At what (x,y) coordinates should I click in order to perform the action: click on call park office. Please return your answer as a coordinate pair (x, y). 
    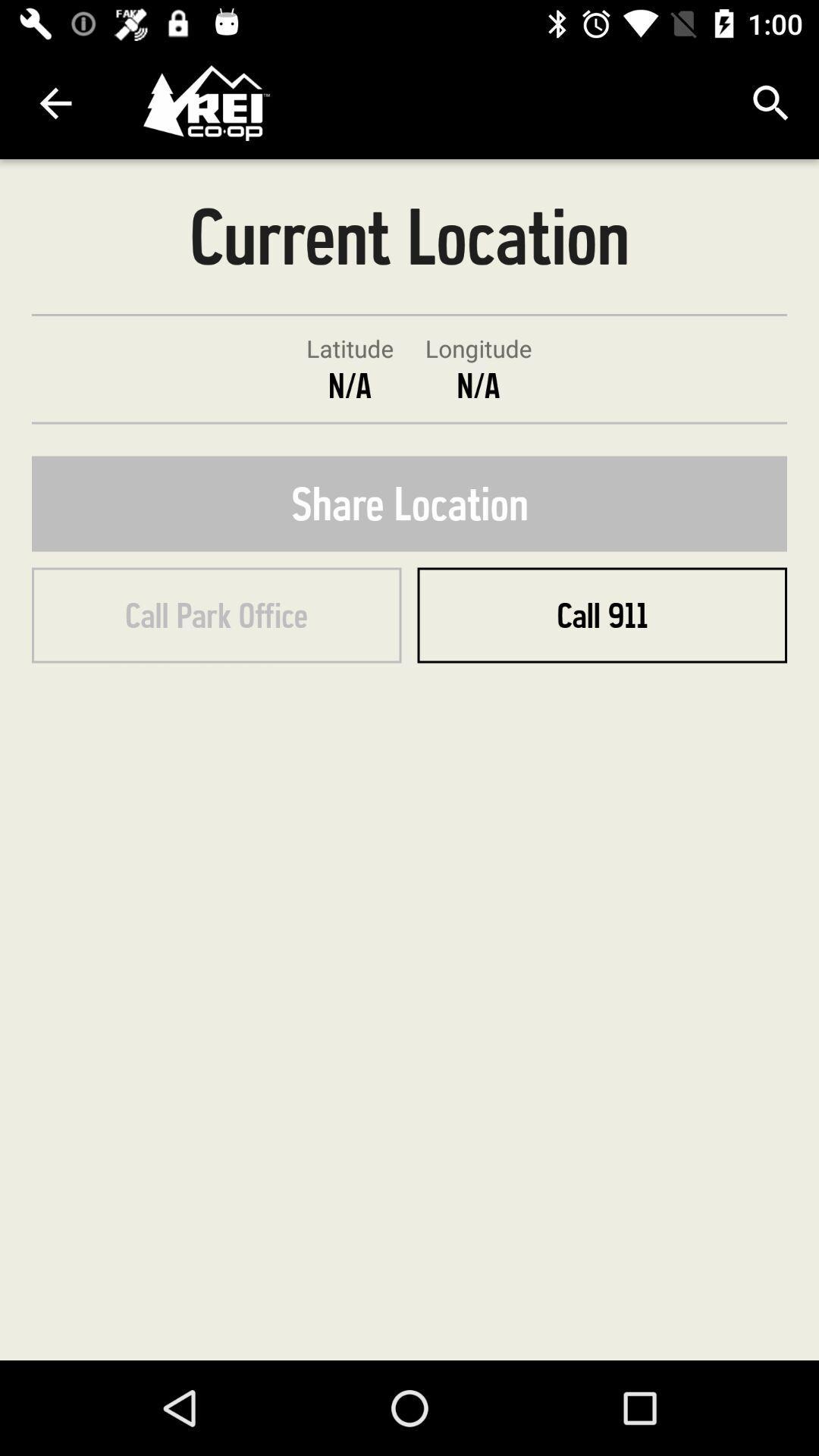
    Looking at the image, I should click on (216, 615).